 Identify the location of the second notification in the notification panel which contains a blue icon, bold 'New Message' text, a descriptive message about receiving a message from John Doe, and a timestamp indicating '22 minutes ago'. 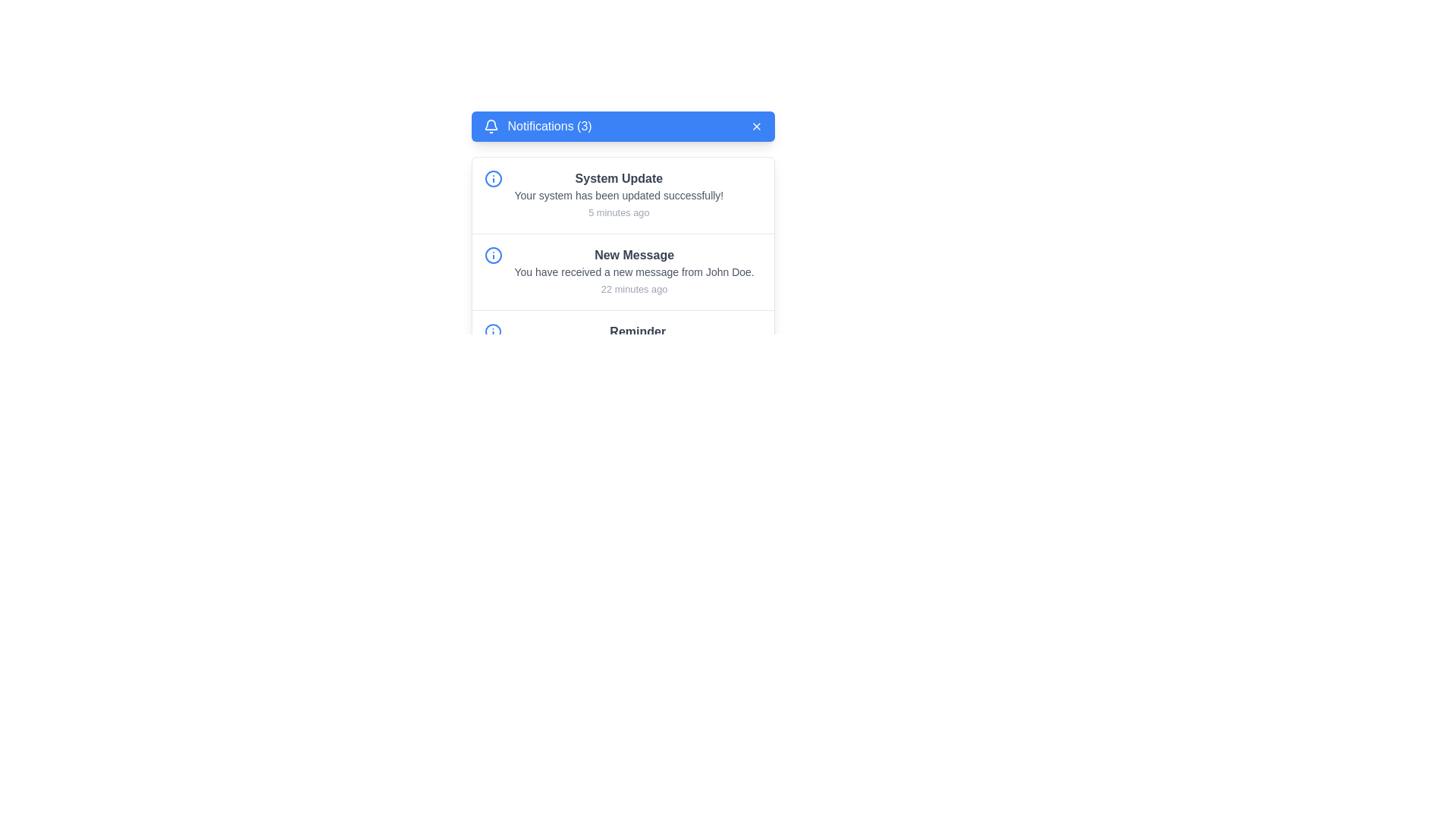
(623, 271).